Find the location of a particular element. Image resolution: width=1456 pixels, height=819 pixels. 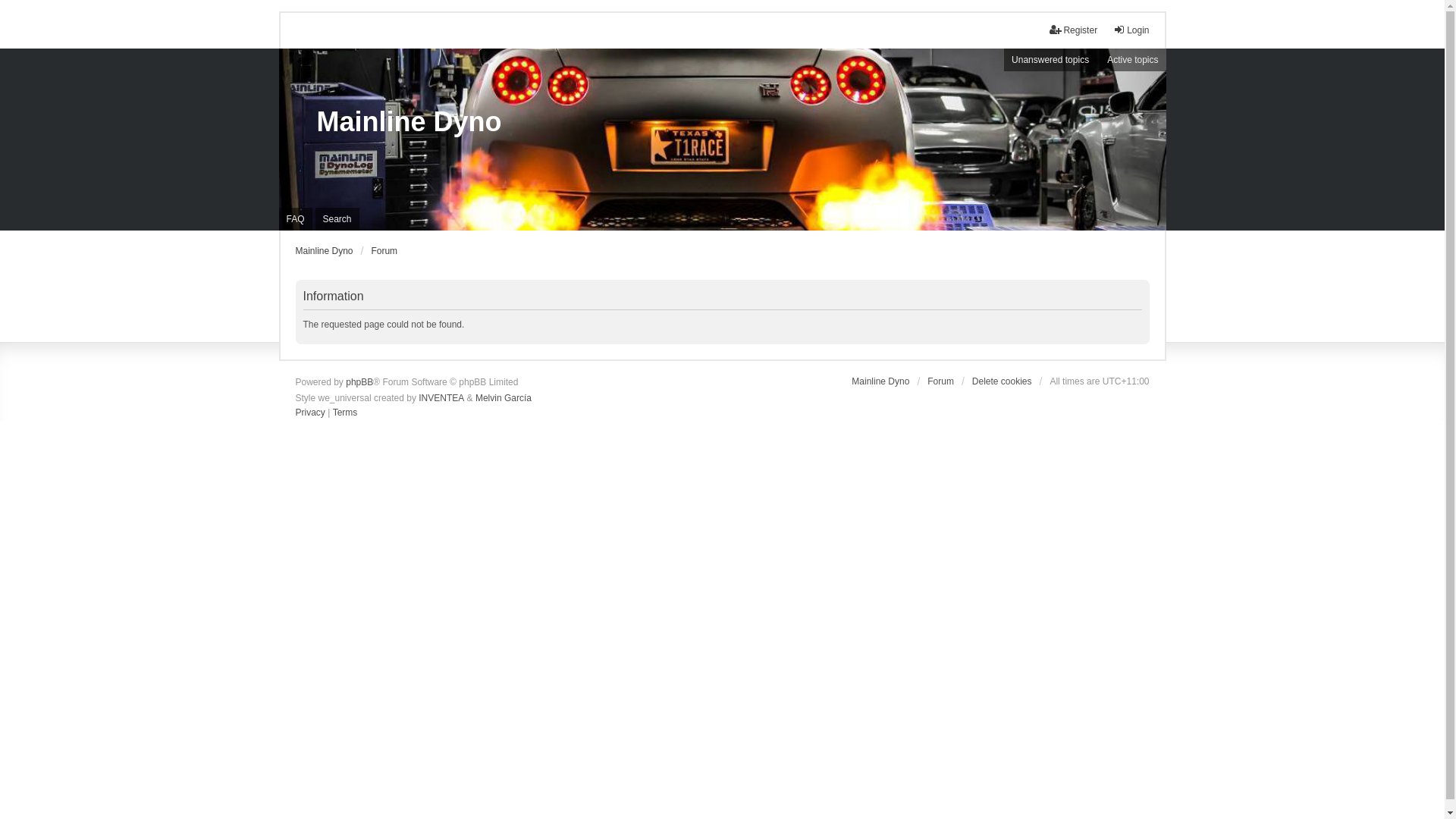

'Terms' is located at coordinates (331, 413).